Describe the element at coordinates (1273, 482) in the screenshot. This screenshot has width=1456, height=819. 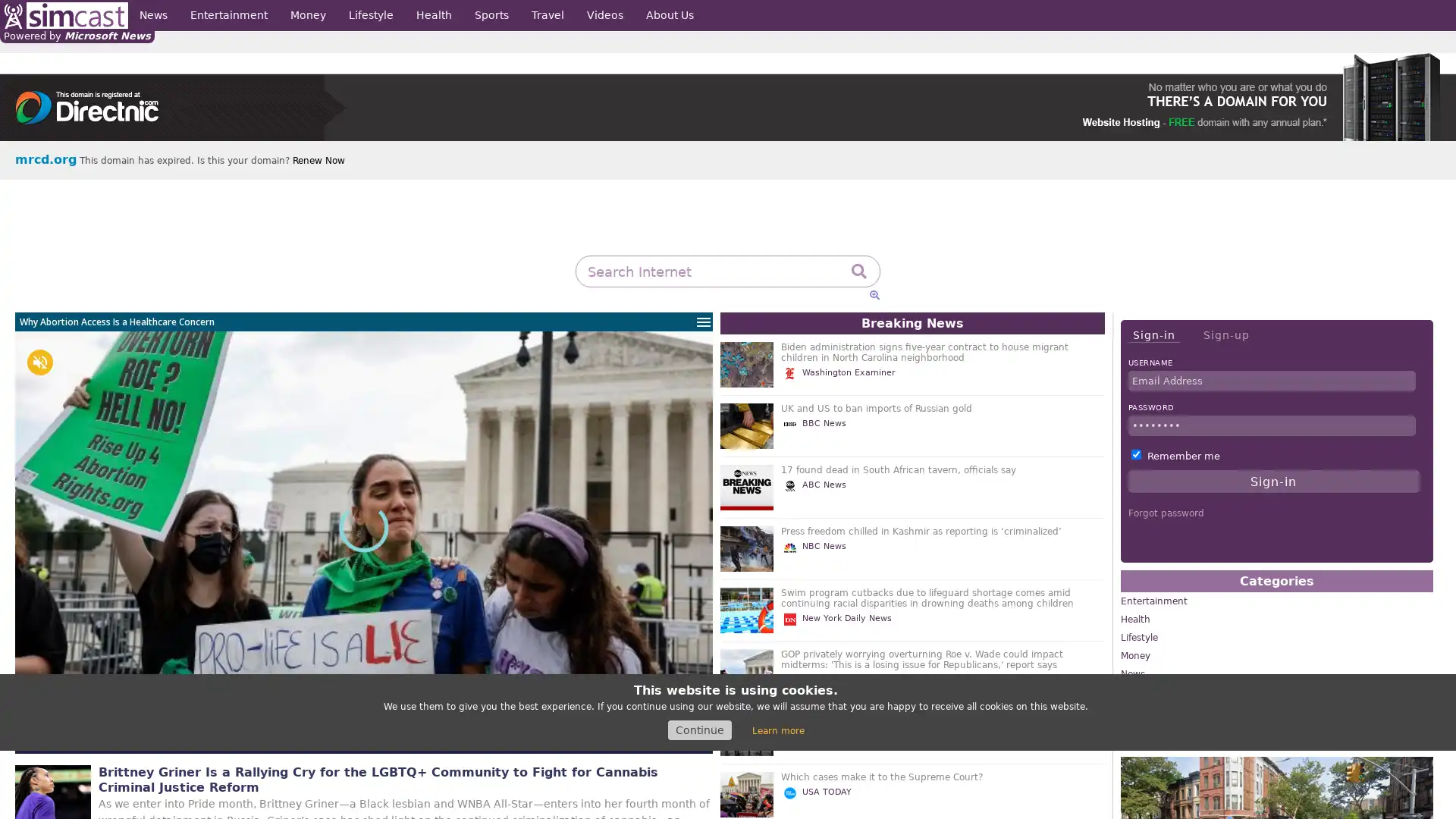
I see `Sign-in` at that location.